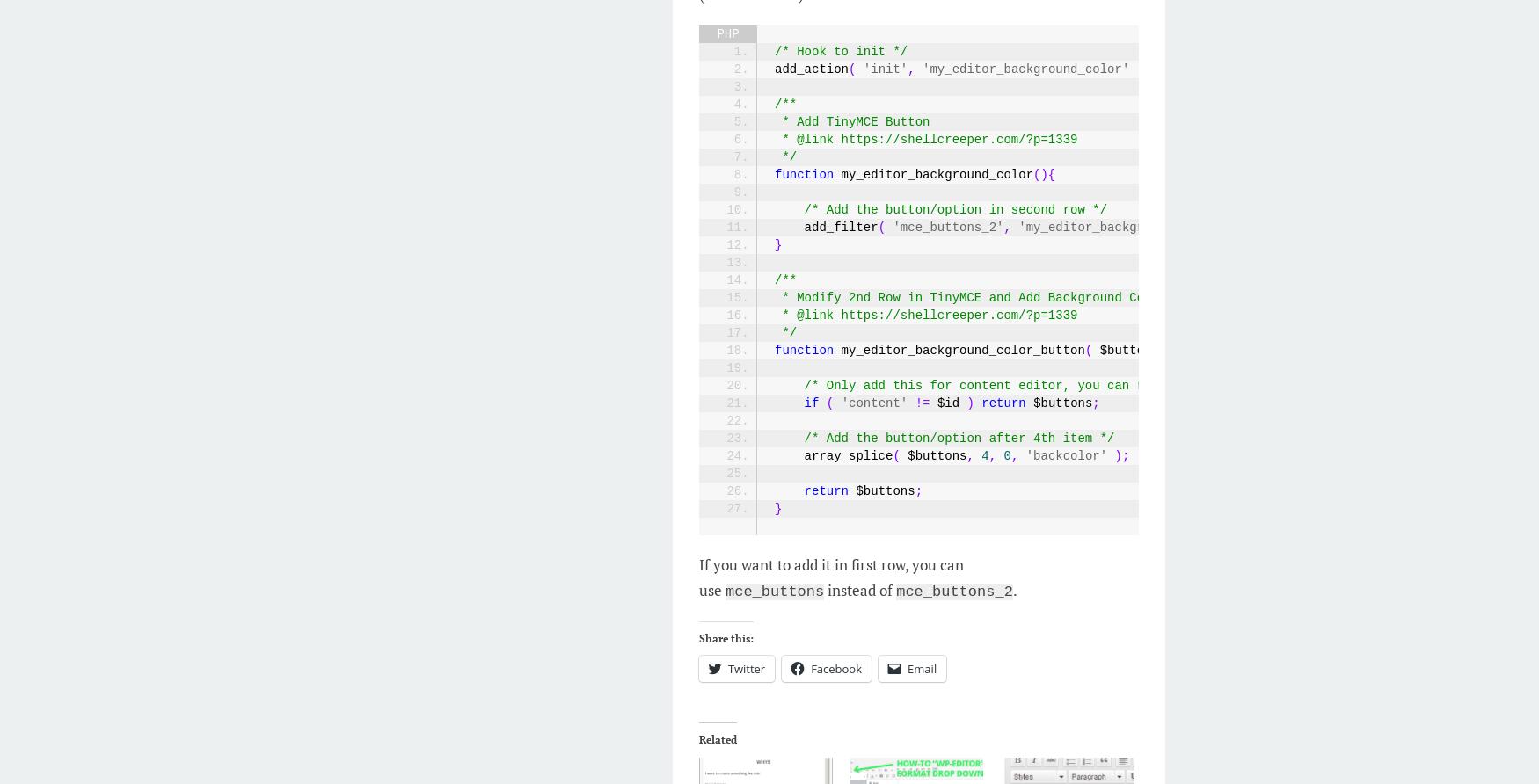 This screenshot has width=1539, height=784. Describe the element at coordinates (833, 455) in the screenshot. I see `'array_splice'` at that location.